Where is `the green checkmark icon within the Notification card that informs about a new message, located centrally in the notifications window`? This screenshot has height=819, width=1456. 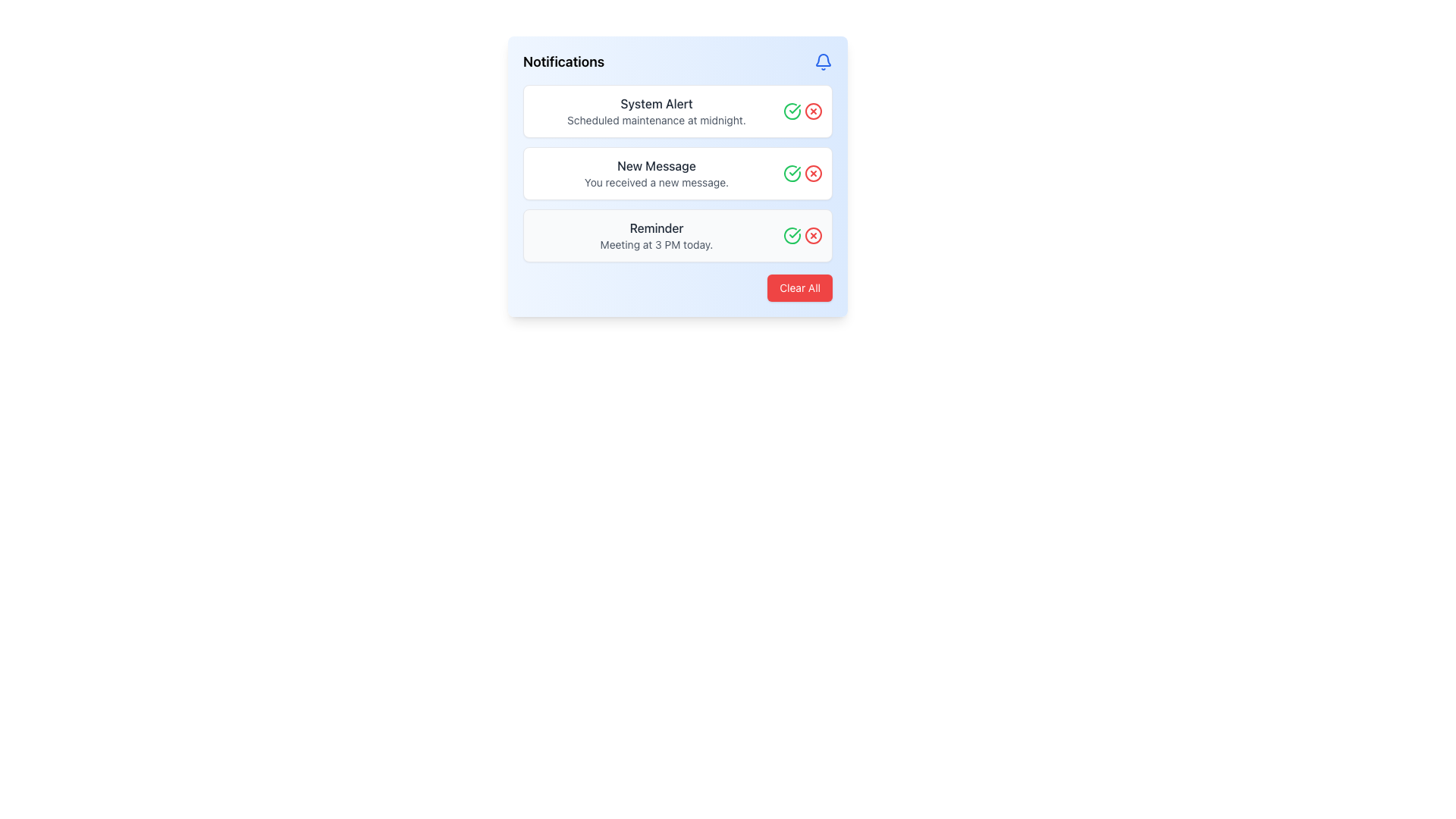 the green checkmark icon within the Notification card that informs about a new message, located centrally in the notifications window is located at coordinates (676, 172).